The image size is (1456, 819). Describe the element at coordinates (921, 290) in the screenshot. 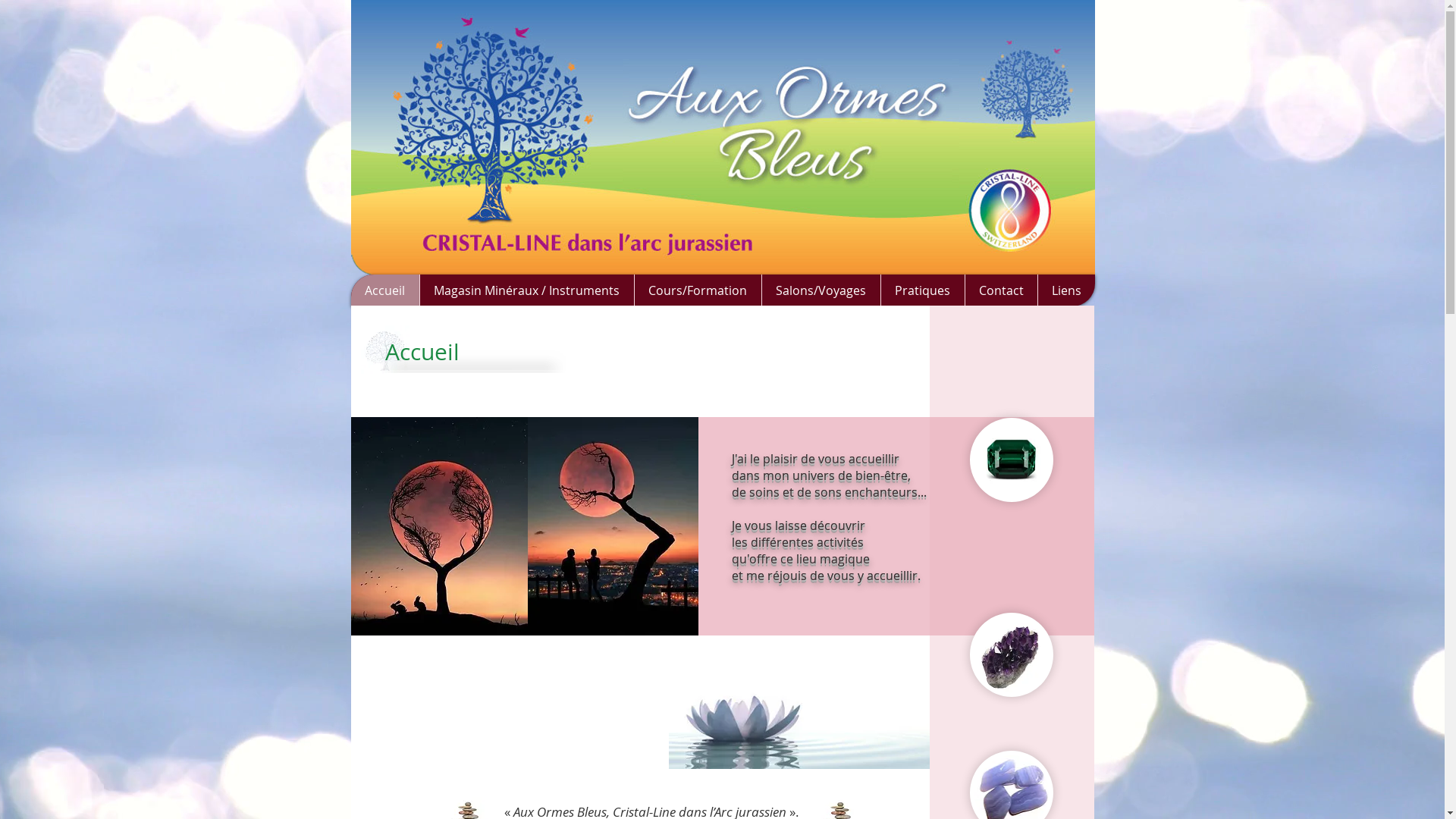

I see `'Pratiques'` at that location.